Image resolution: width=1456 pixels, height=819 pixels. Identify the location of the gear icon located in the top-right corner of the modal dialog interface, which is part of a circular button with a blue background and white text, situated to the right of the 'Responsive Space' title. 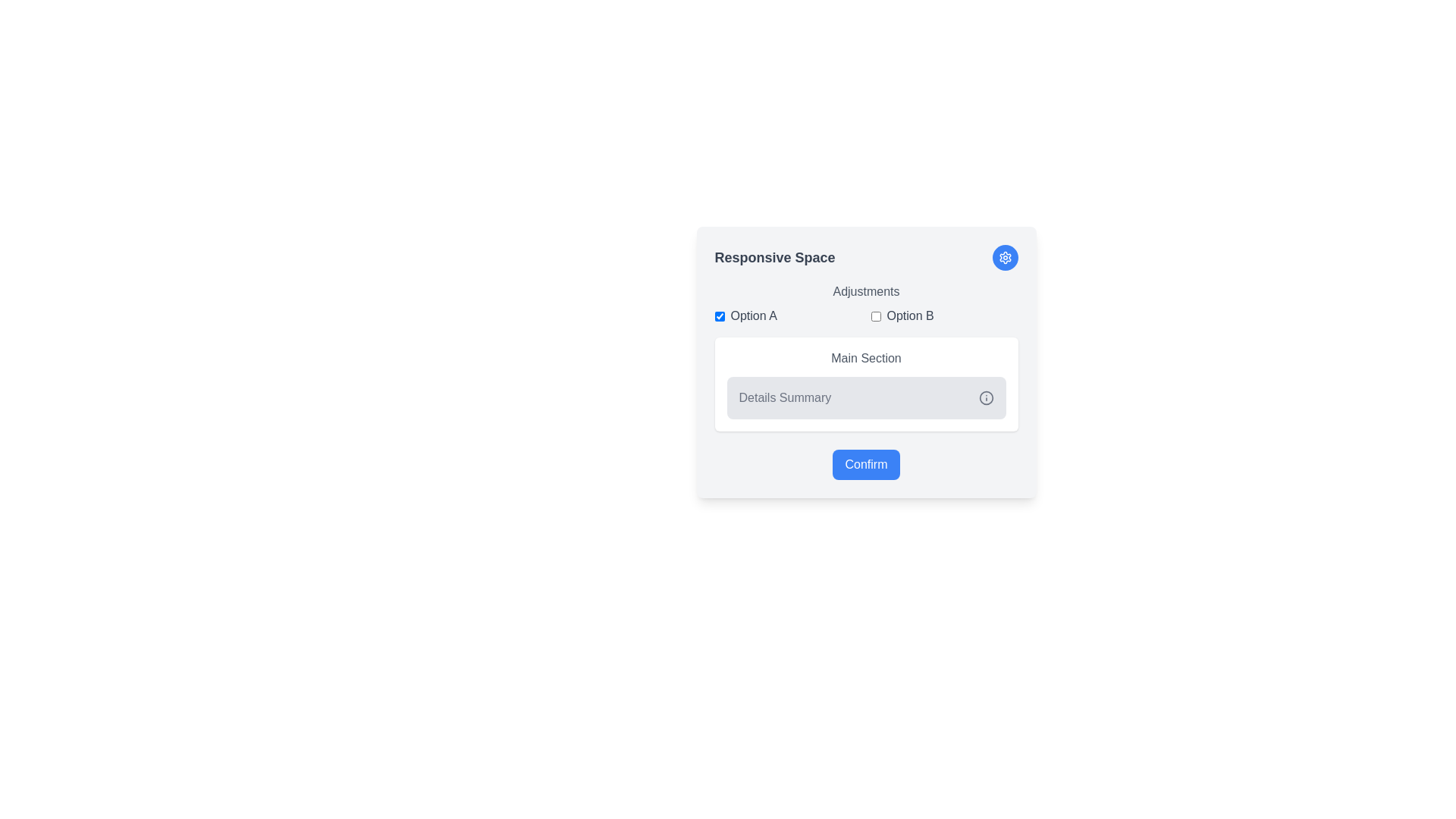
(1005, 256).